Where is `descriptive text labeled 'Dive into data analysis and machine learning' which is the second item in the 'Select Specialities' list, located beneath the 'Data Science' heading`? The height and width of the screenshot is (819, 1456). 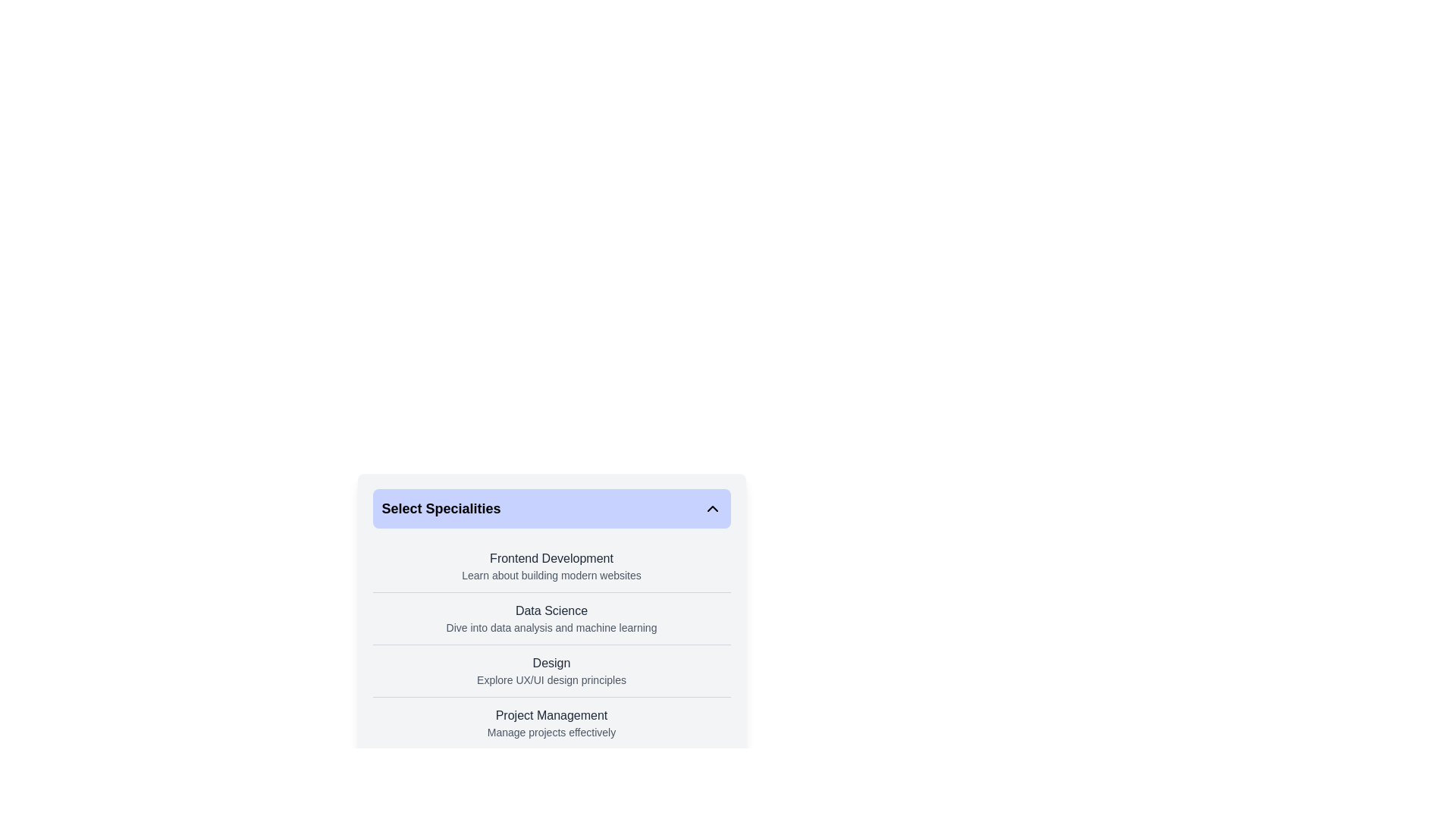
descriptive text labeled 'Dive into data analysis and machine learning' which is the second item in the 'Select Specialities' list, located beneath the 'Data Science' heading is located at coordinates (551, 628).